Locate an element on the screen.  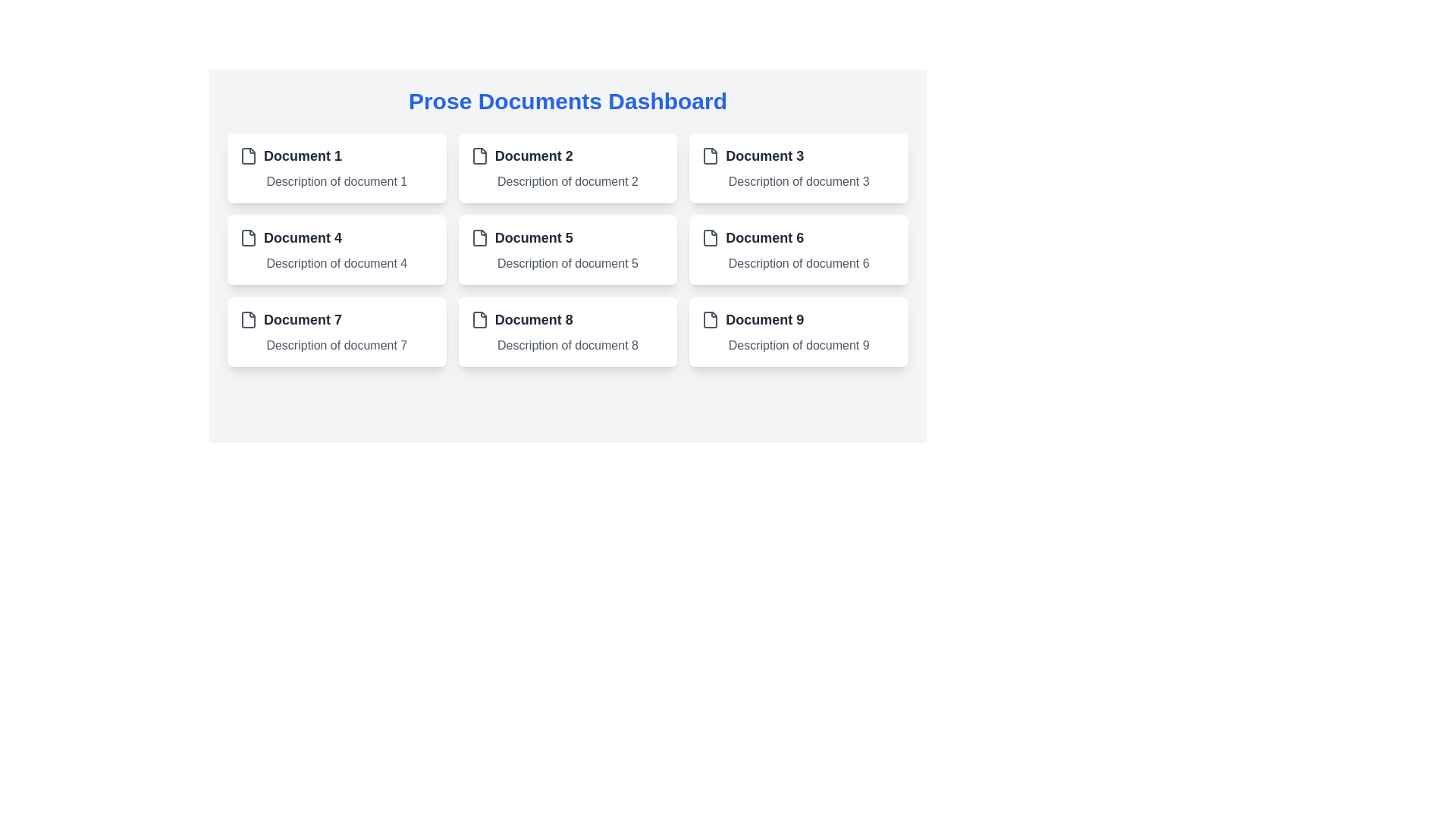
text label that serves as a title or identifier for a document-related item, located in the top row, third column of the dashboard grid is located at coordinates (764, 155).